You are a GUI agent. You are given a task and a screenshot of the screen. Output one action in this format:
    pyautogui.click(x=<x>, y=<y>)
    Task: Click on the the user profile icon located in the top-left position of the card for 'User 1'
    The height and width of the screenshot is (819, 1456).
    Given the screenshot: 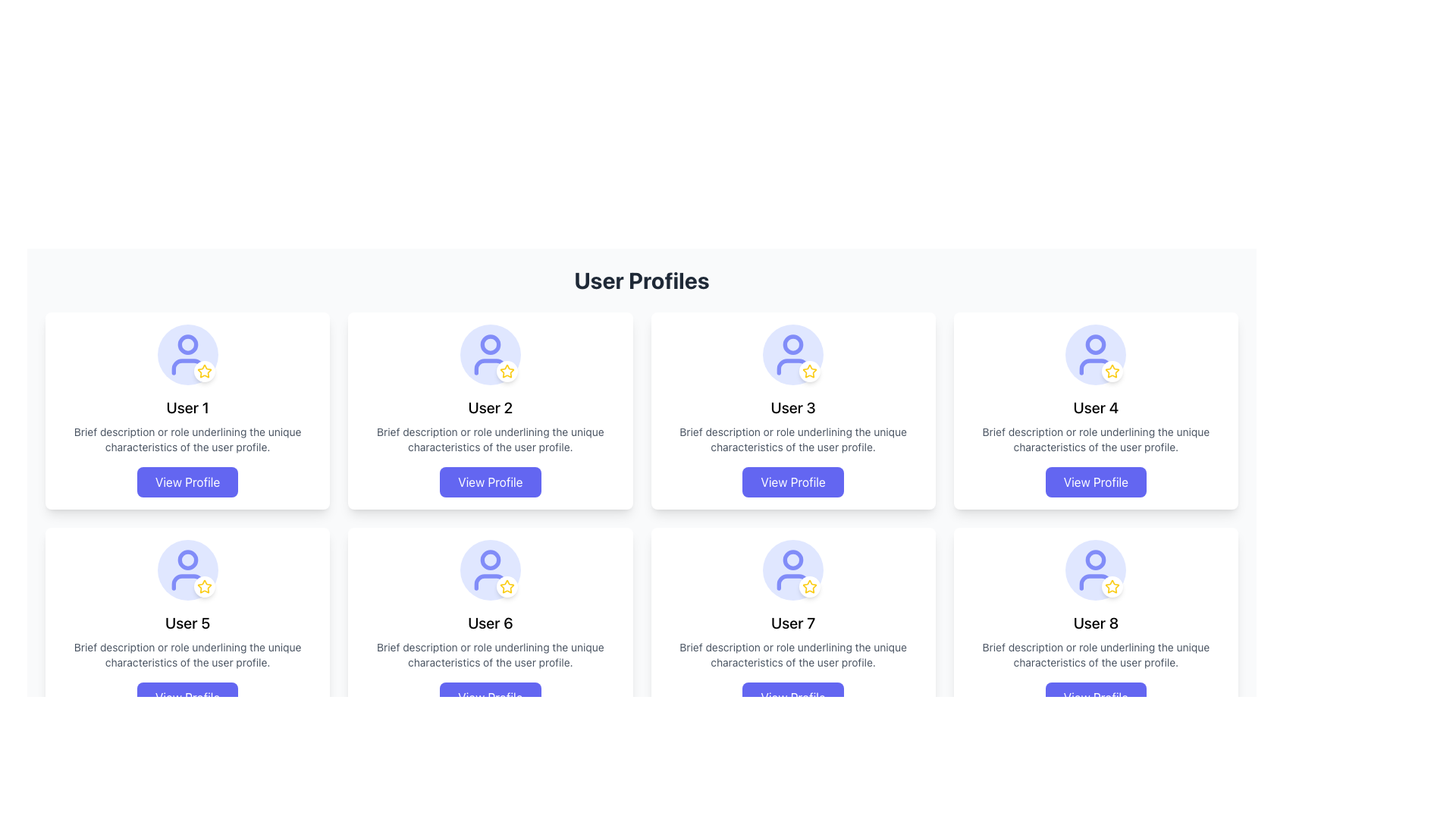 What is the action you would take?
    pyautogui.click(x=187, y=354)
    